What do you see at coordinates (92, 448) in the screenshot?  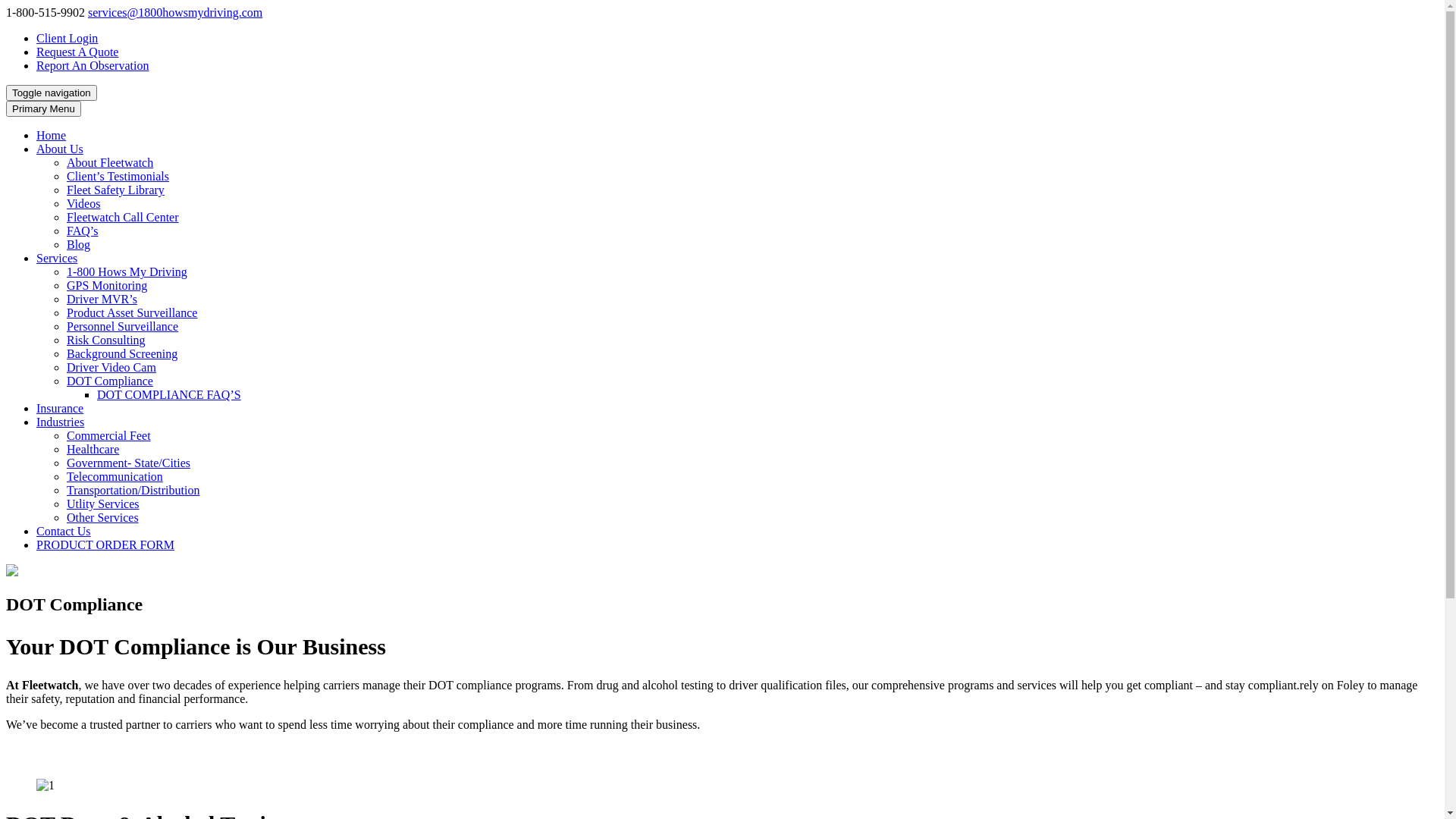 I see `'Healthcare'` at bounding box center [92, 448].